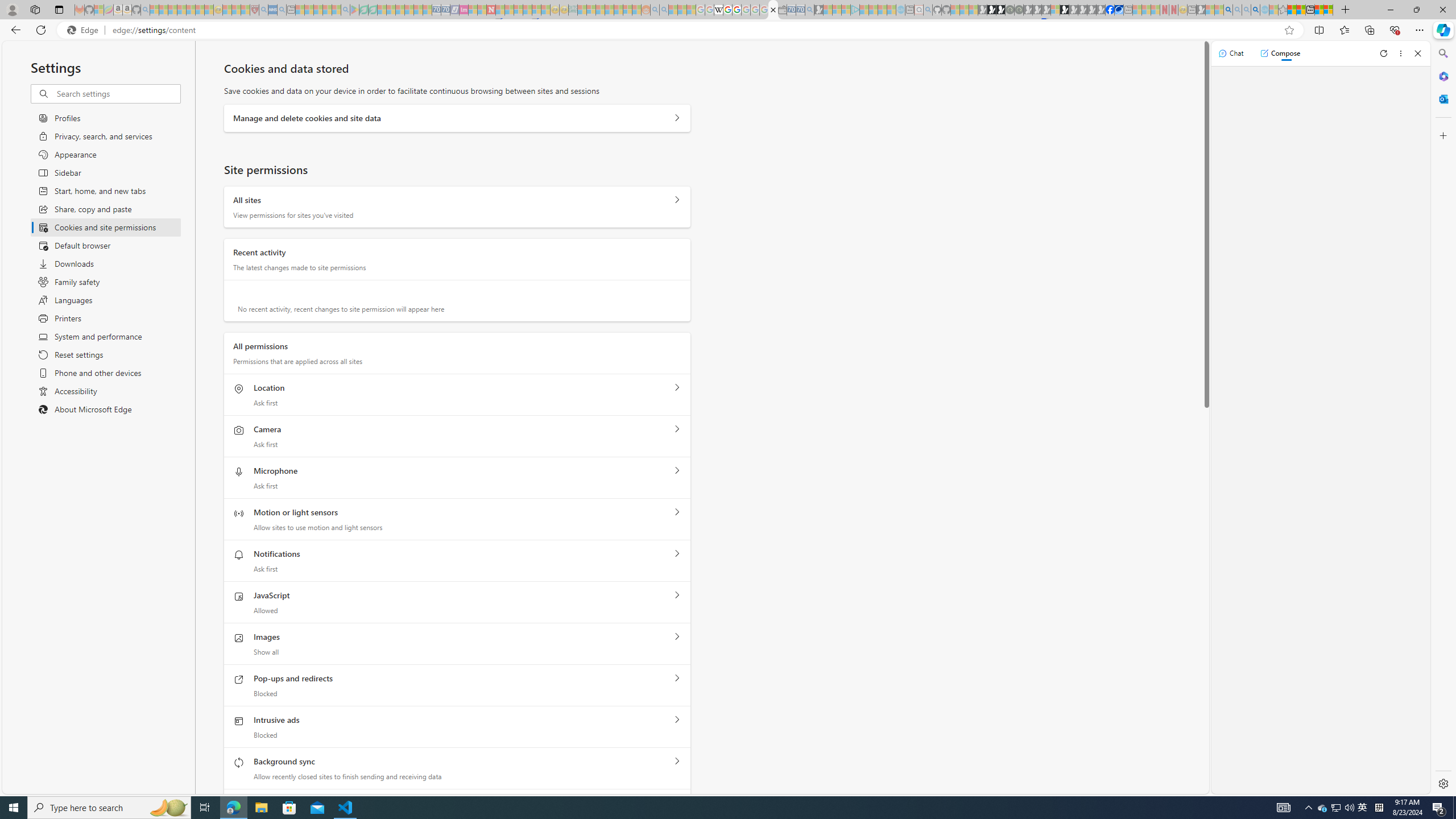 The width and height of the screenshot is (1456, 819). What do you see at coordinates (677, 429) in the screenshot?
I see `'Camera'` at bounding box center [677, 429].